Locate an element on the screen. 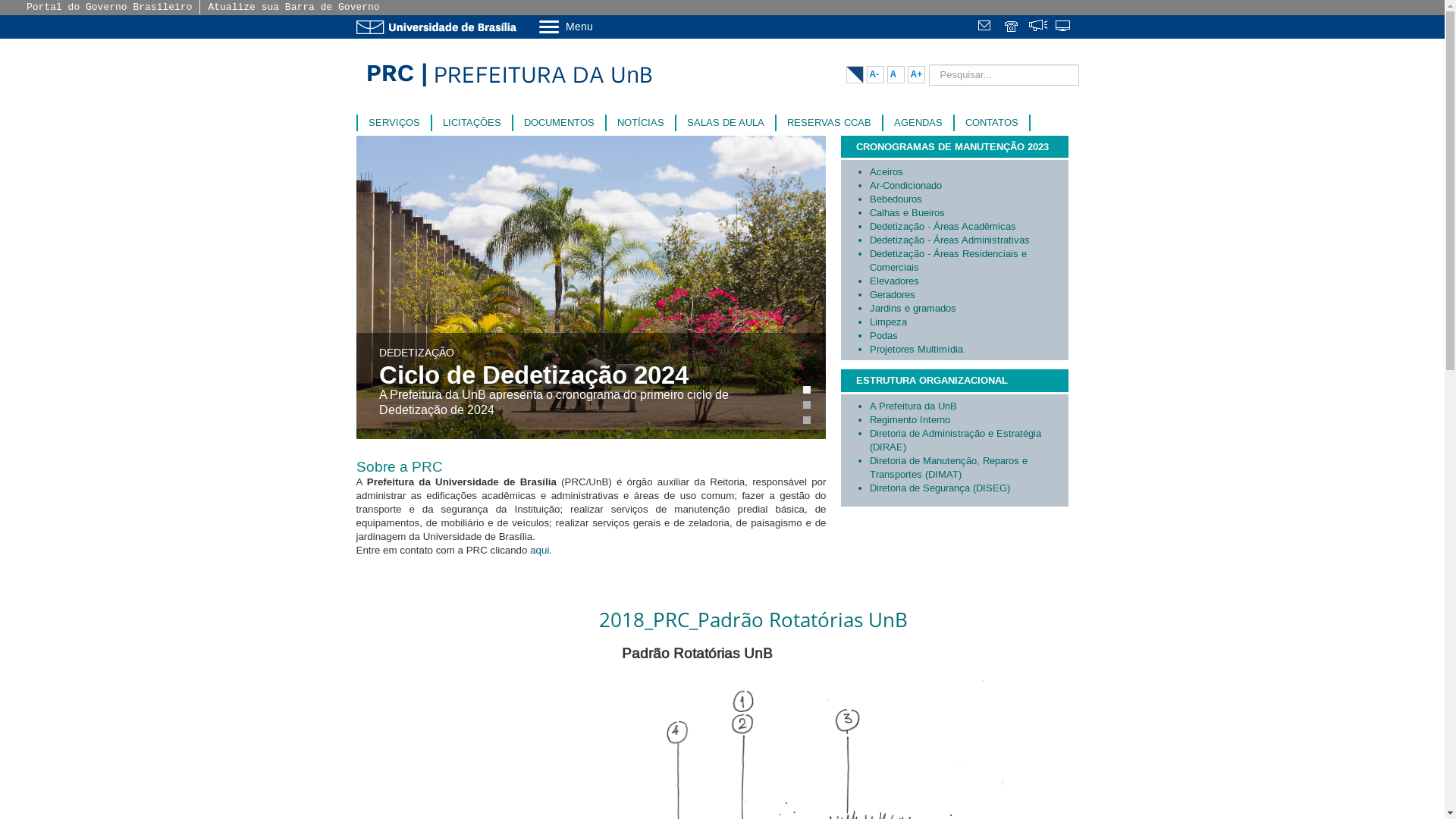  'Atualize sua Barra de Governo' is located at coordinates (293, 7).